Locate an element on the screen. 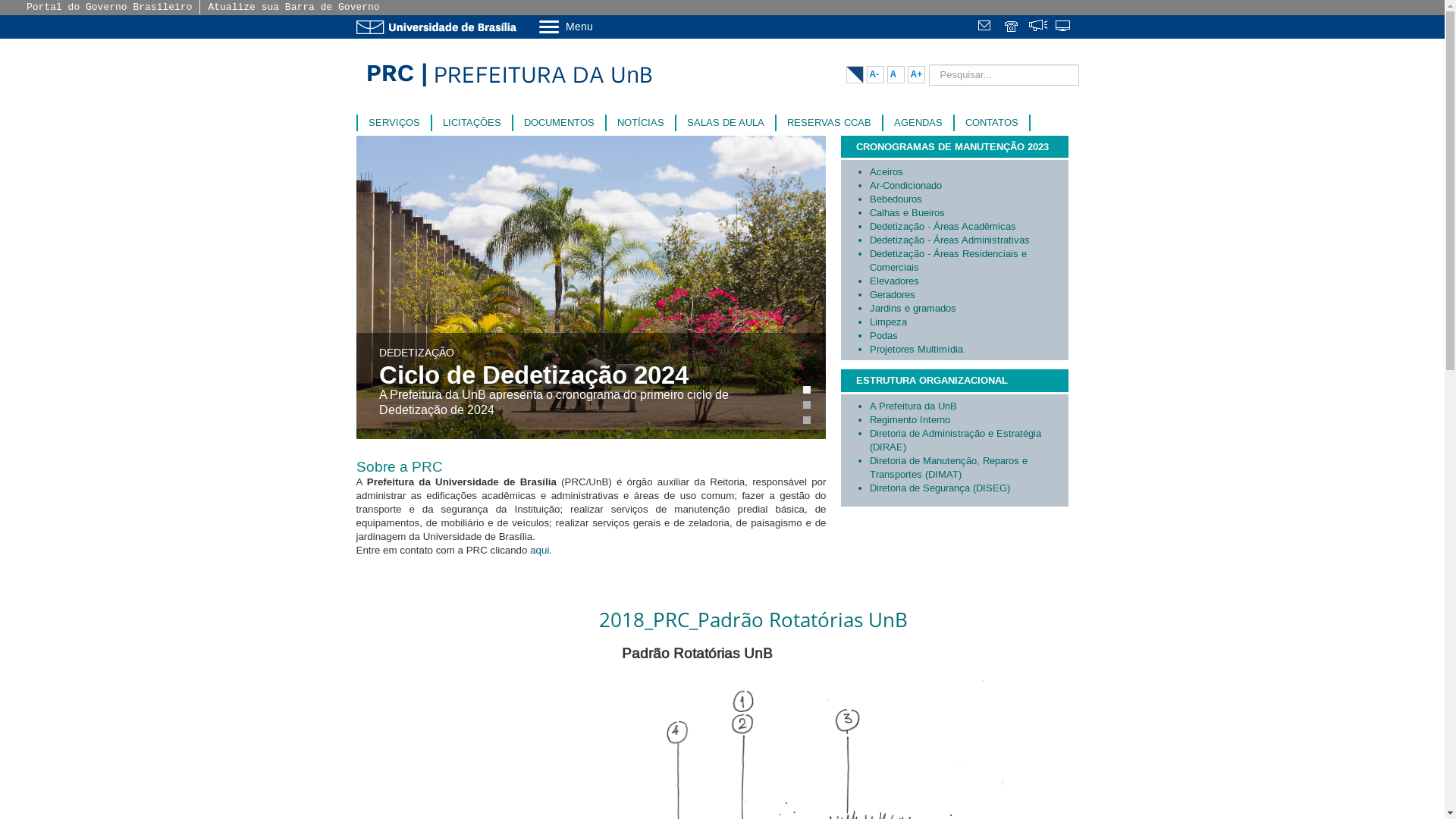  'Atualize sua Barra de Governo' is located at coordinates (293, 7).